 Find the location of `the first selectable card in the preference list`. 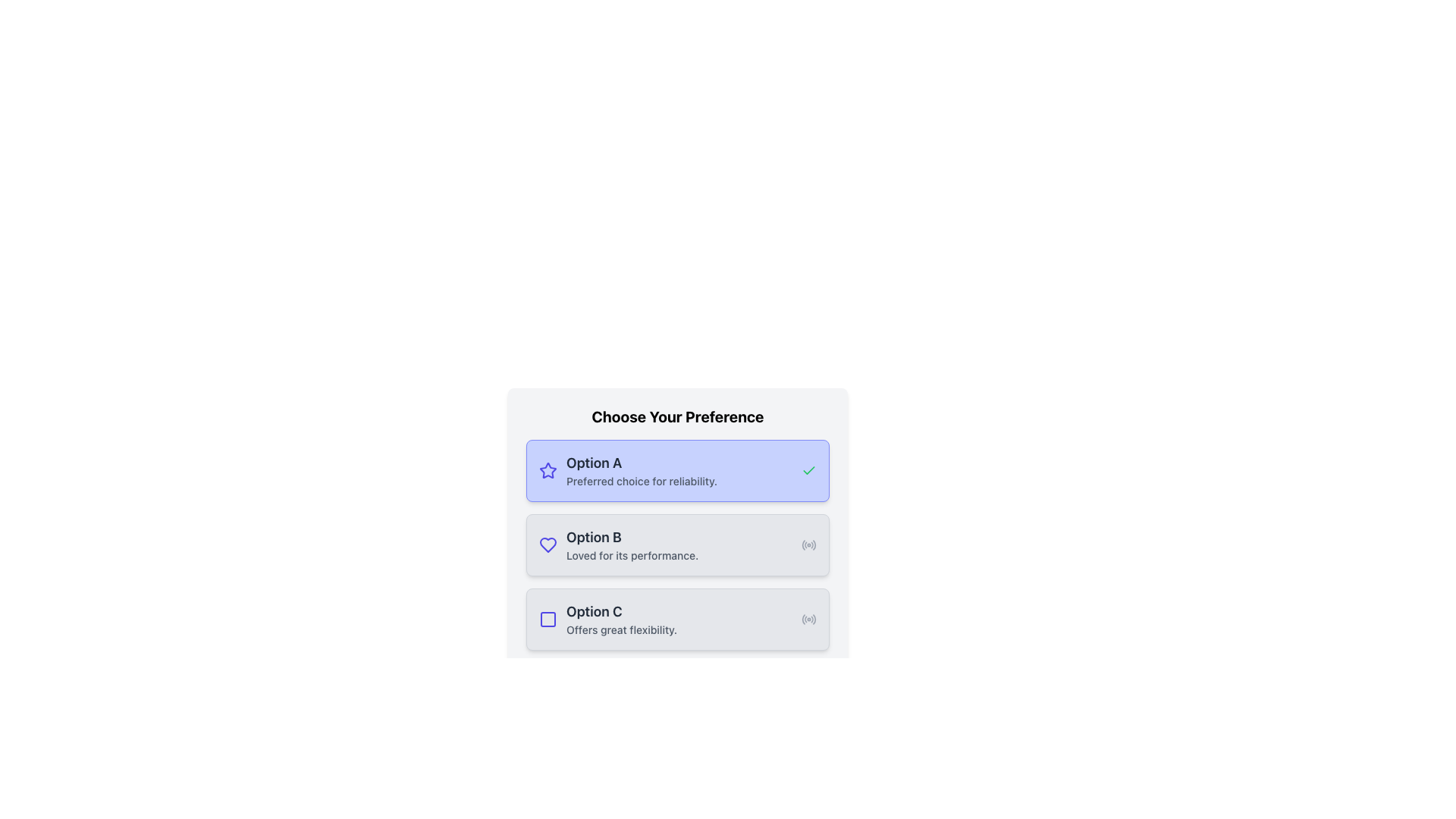

the first selectable card in the preference list is located at coordinates (676, 470).